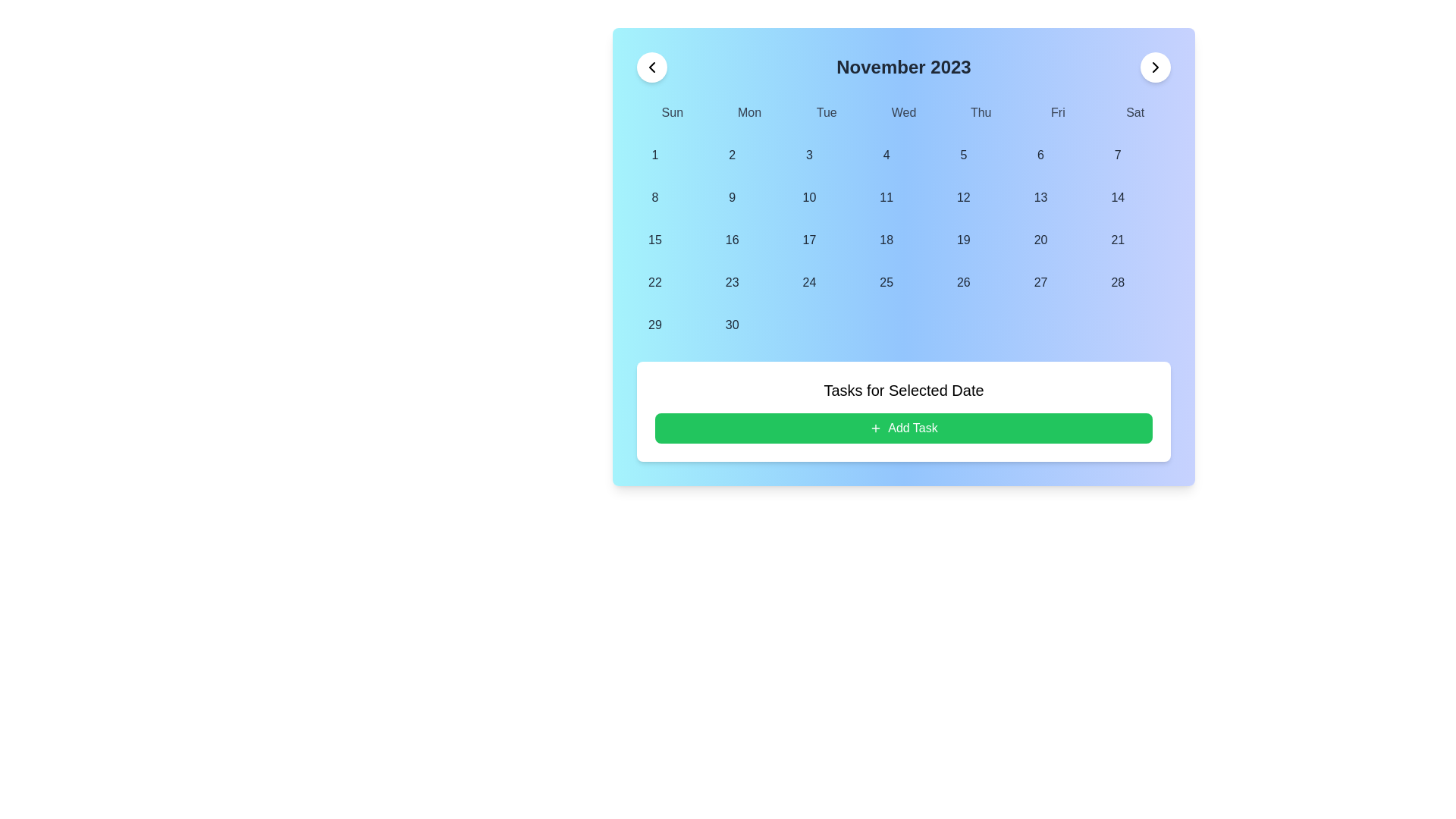  Describe the element at coordinates (1040, 283) in the screenshot. I see `the interactive button representing the 27th day in the November 2023 calendar` at that location.